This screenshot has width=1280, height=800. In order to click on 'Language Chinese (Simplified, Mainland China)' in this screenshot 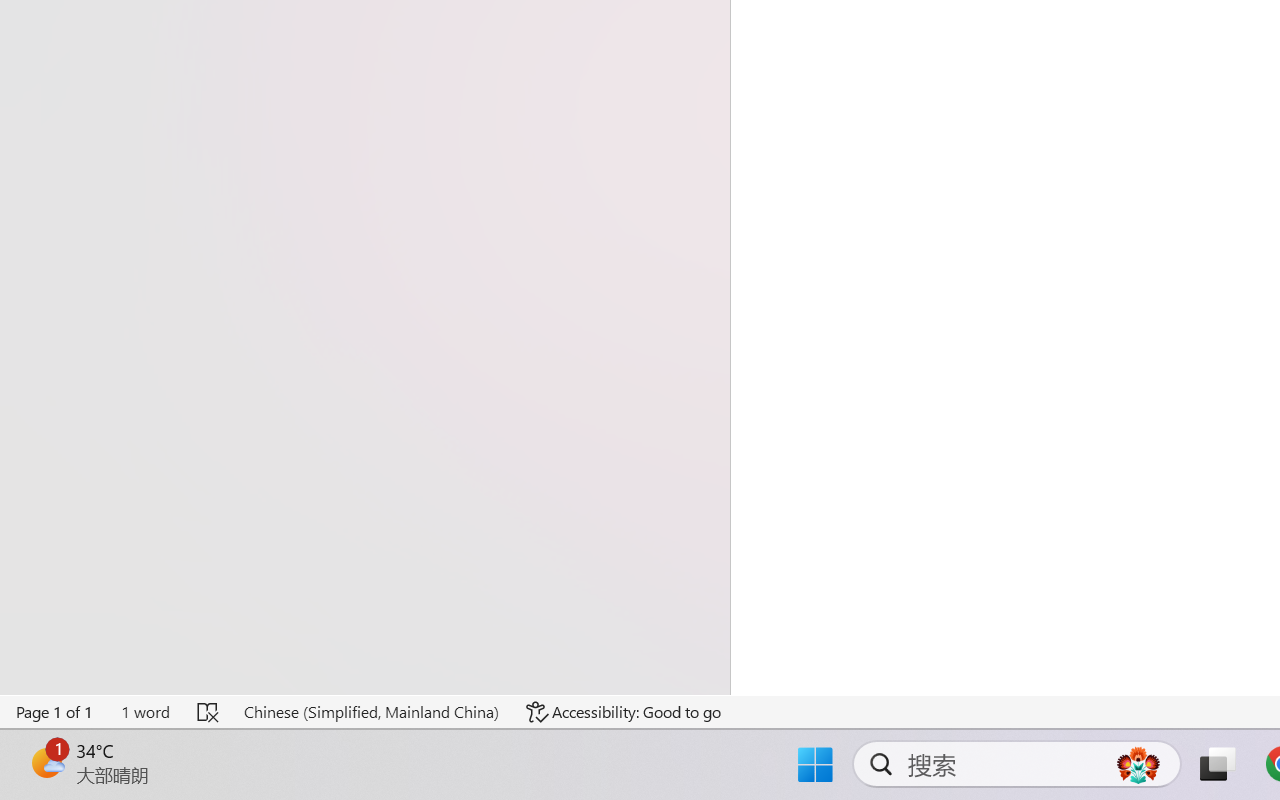, I will do `click(371, 711)`.